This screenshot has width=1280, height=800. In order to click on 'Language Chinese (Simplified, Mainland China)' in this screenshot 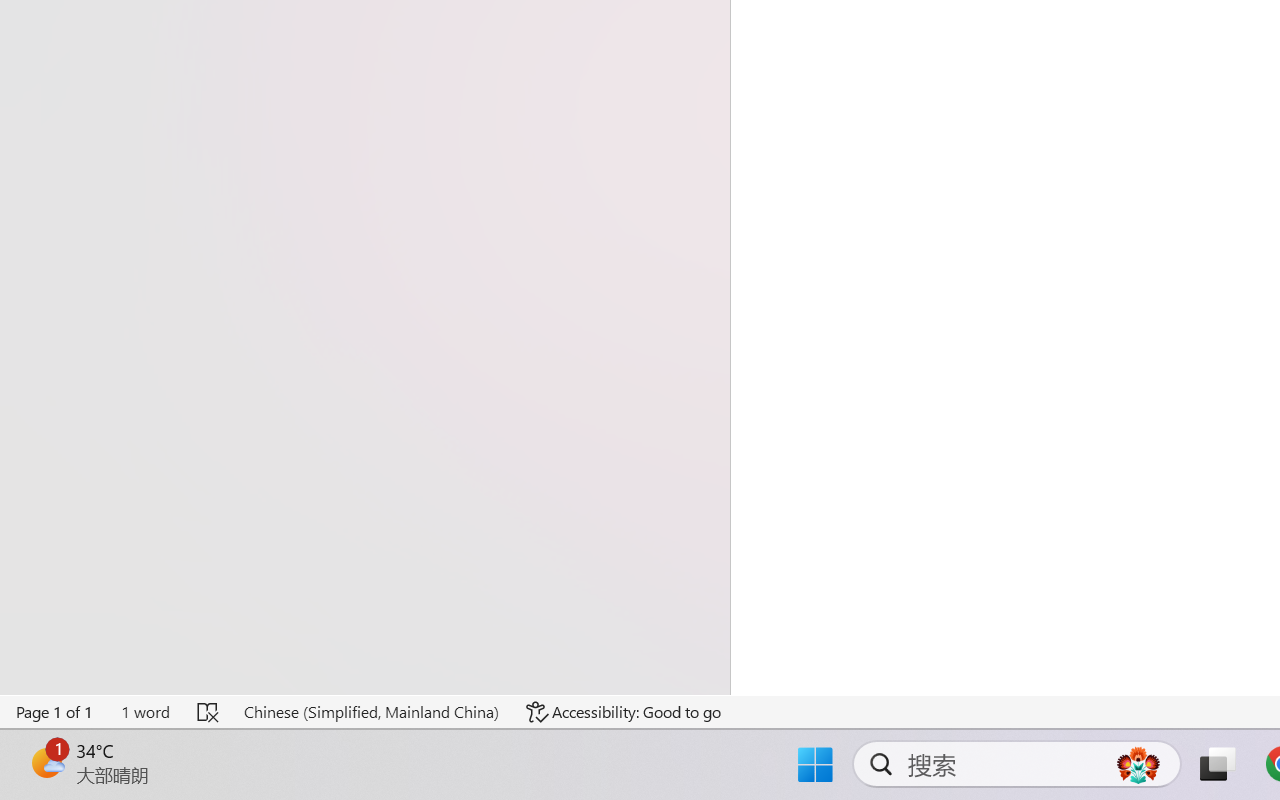, I will do `click(371, 711)`.